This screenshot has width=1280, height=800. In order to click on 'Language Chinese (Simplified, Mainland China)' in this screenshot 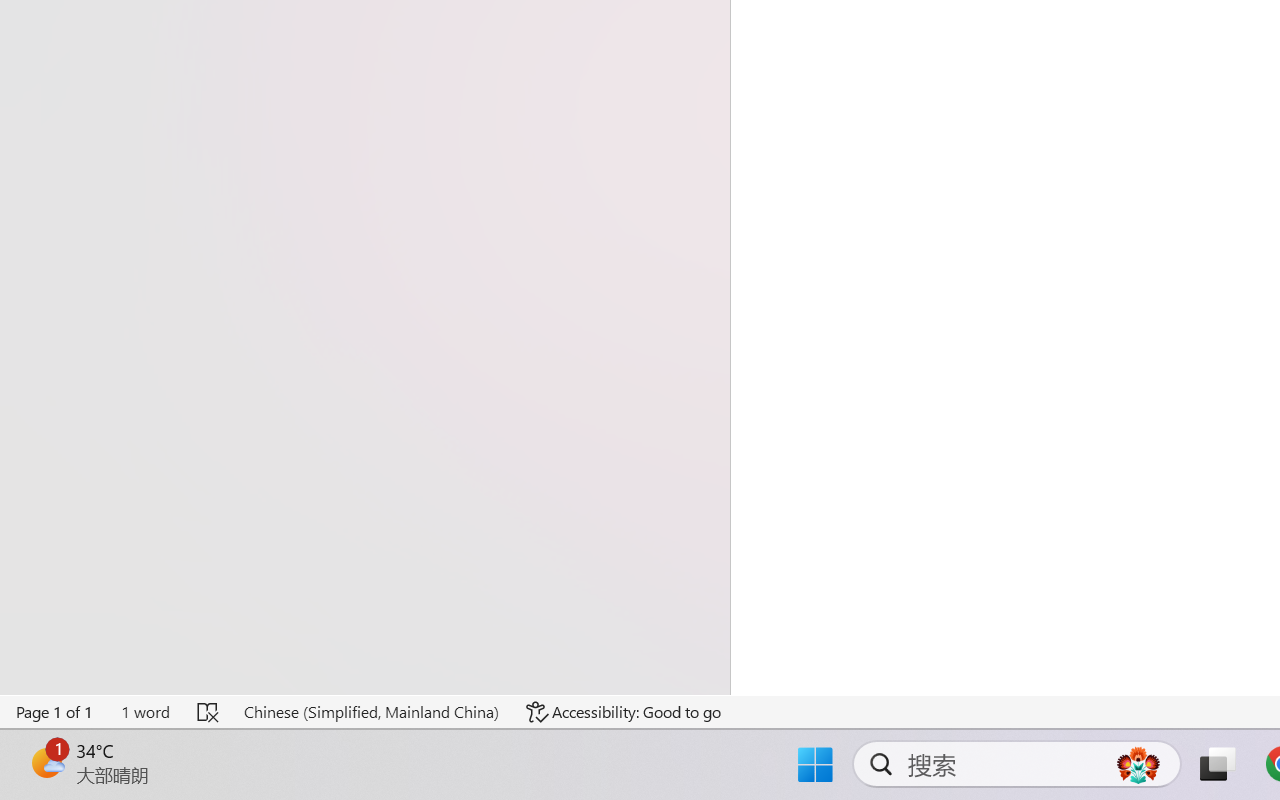, I will do `click(371, 711)`.